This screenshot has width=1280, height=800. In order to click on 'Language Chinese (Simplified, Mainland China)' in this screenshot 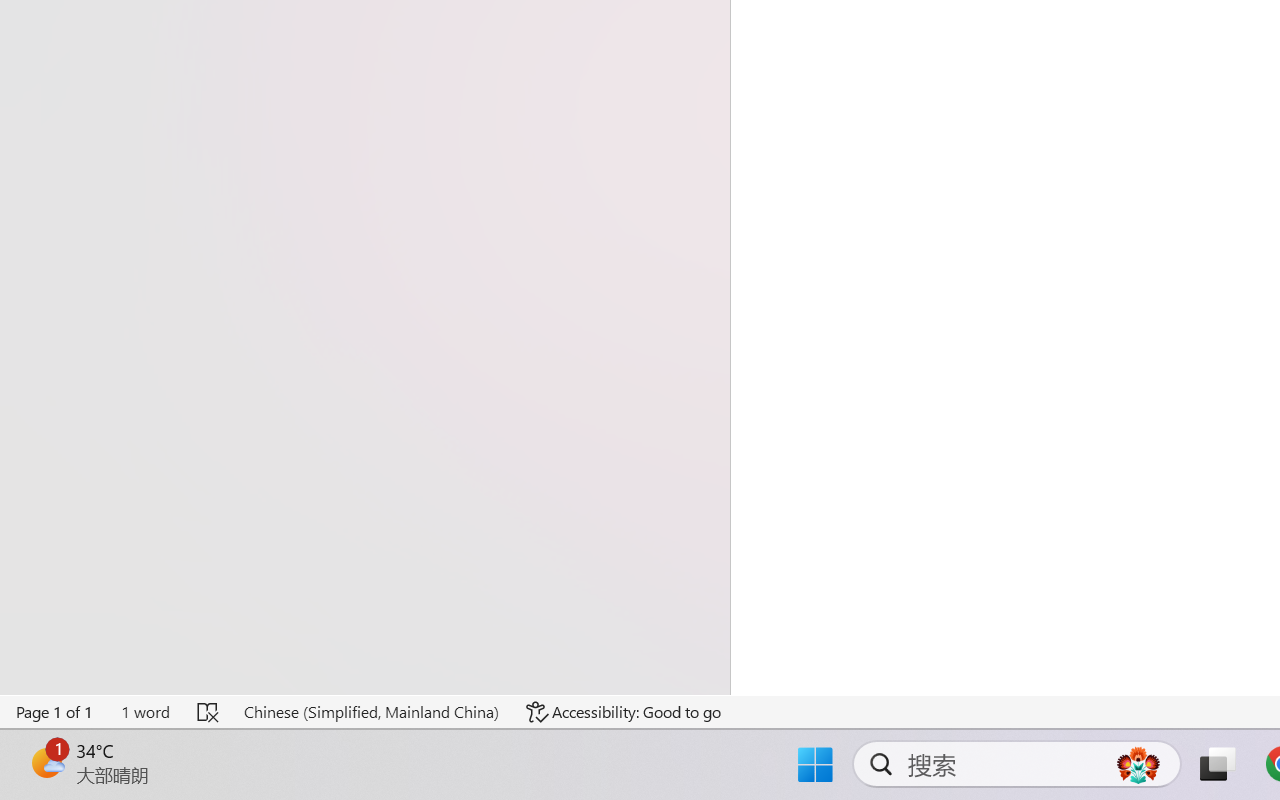, I will do `click(371, 711)`.